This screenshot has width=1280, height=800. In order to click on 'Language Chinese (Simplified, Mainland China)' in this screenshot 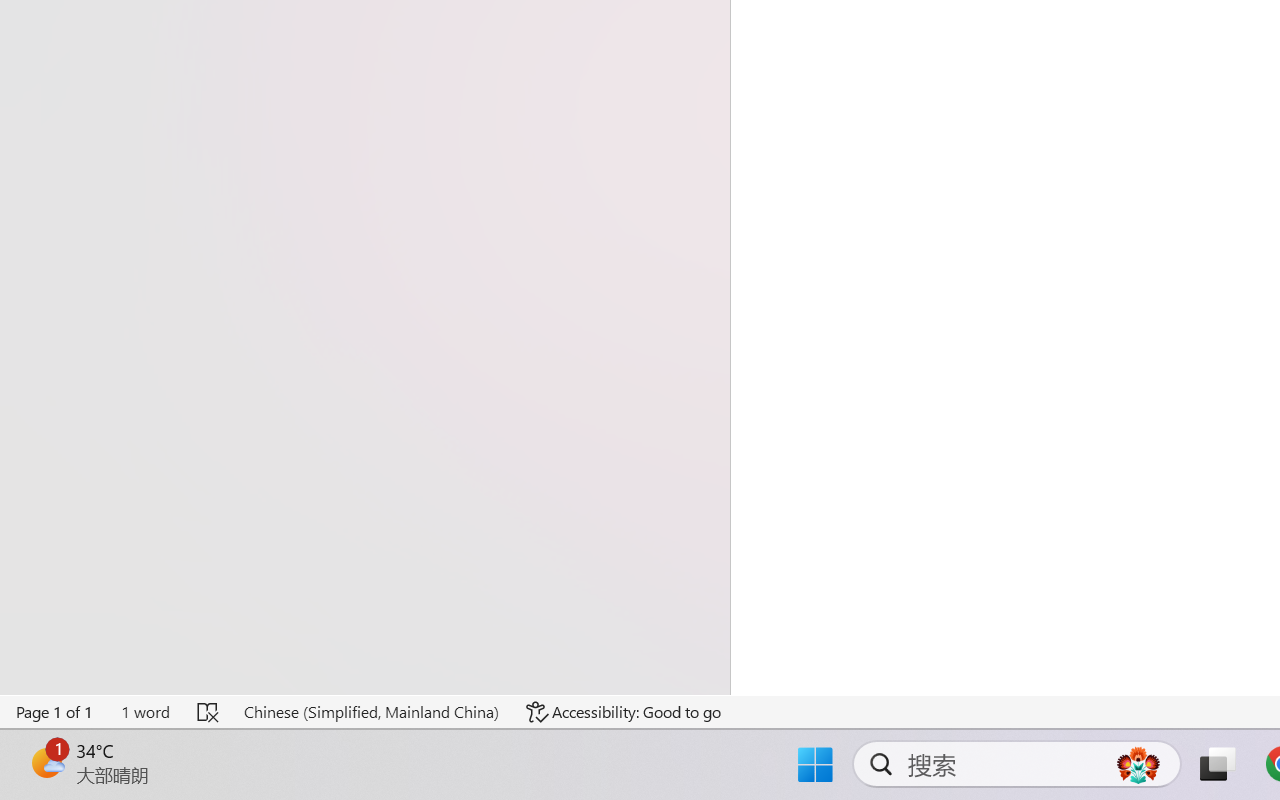, I will do `click(371, 711)`.